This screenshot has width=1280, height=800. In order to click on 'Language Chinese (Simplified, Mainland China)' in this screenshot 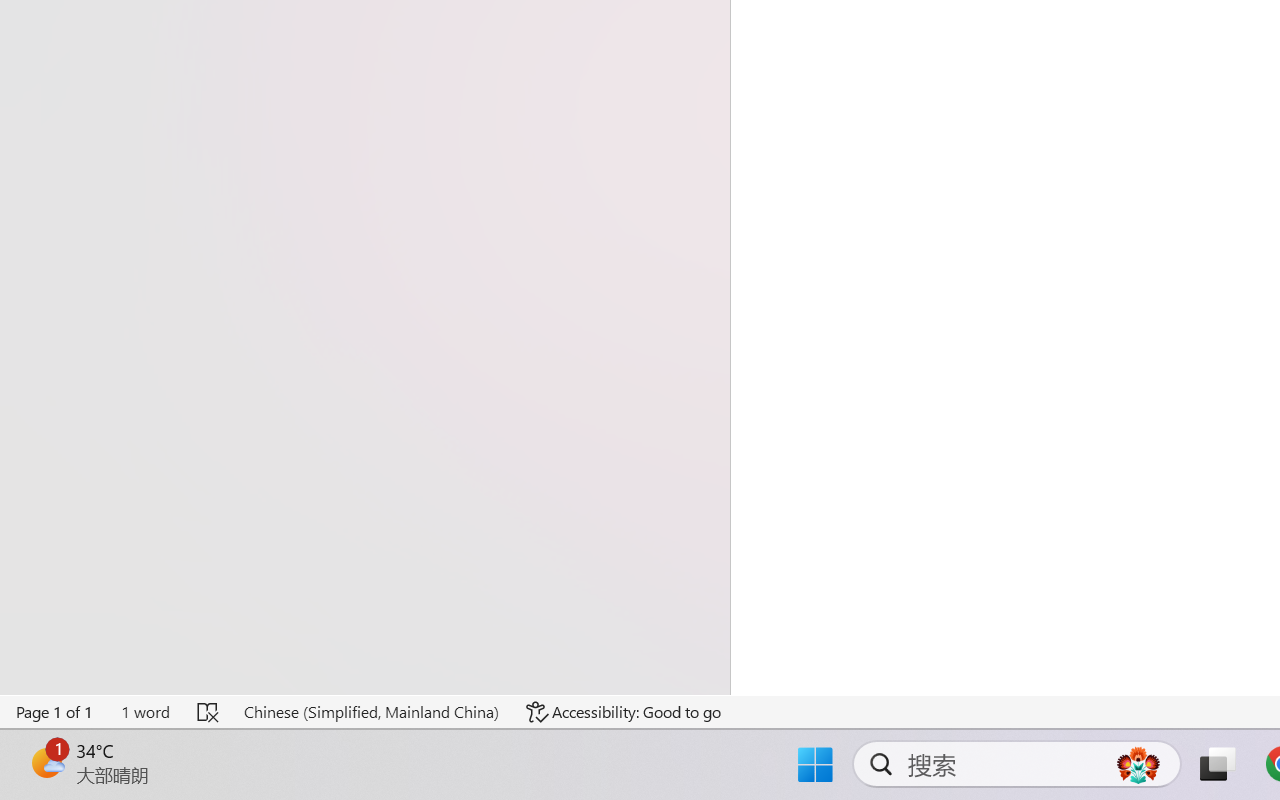, I will do `click(371, 711)`.